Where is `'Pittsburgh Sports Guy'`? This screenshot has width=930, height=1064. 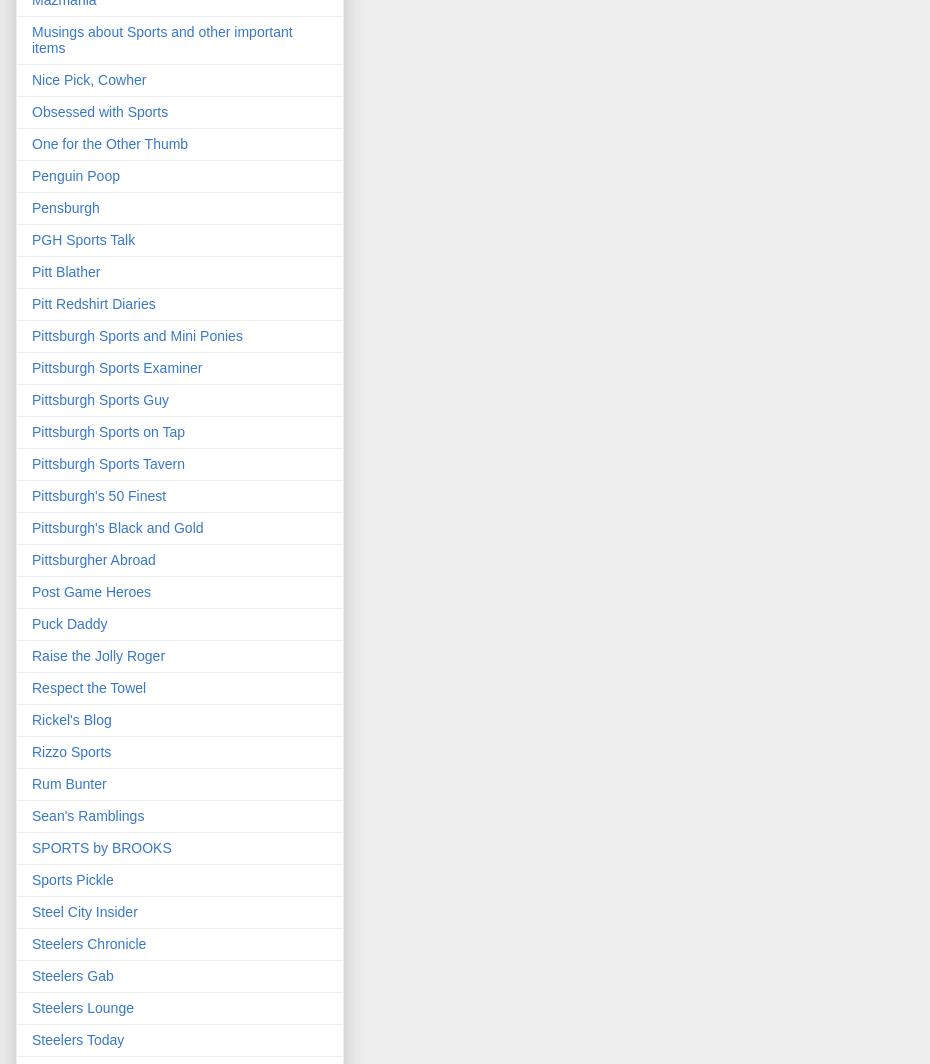
'Pittsburgh Sports Guy' is located at coordinates (99, 399).